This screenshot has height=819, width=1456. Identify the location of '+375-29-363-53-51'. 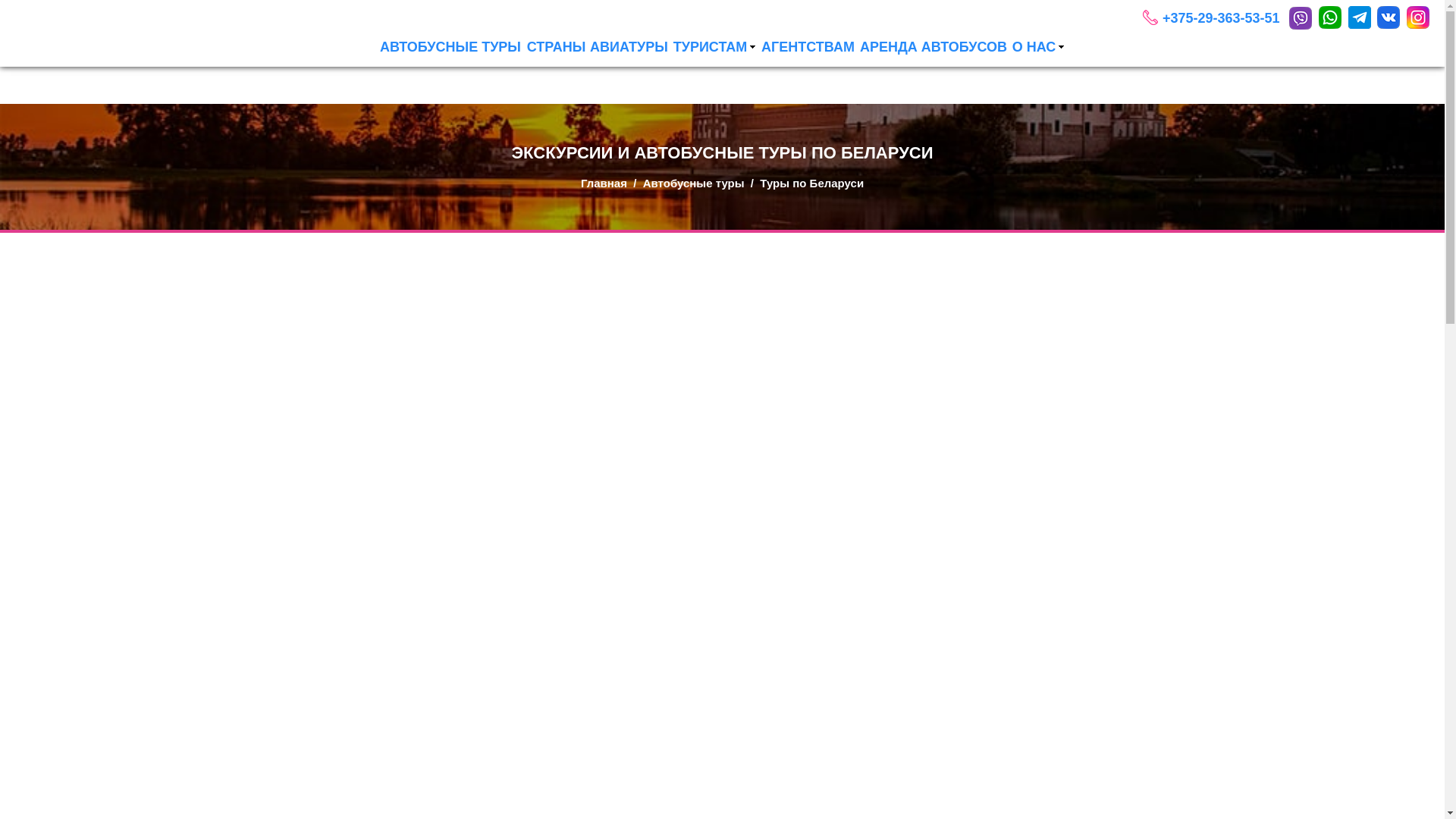
(1222, 17).